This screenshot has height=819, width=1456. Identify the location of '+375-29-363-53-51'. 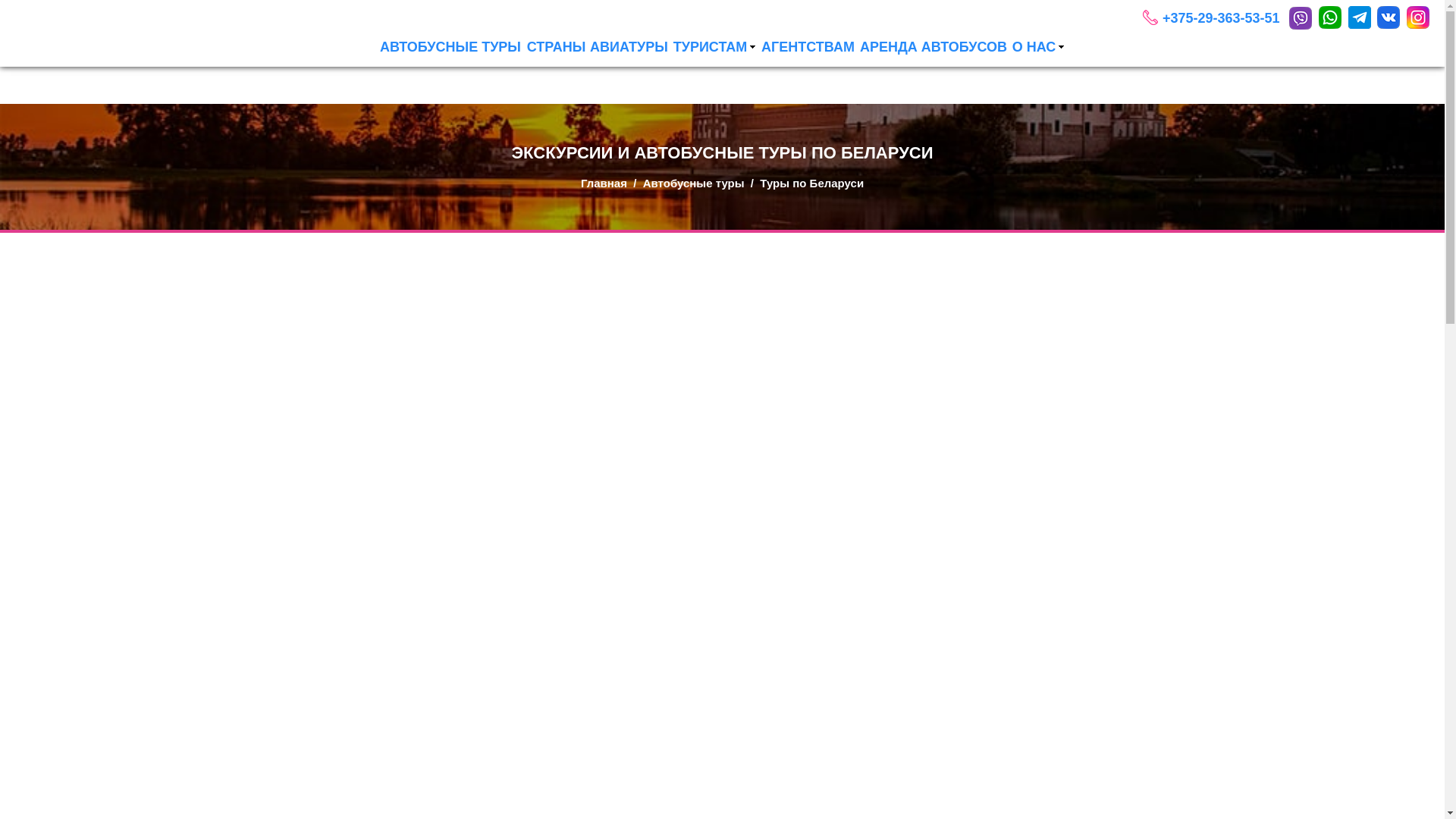
(1222, 17).